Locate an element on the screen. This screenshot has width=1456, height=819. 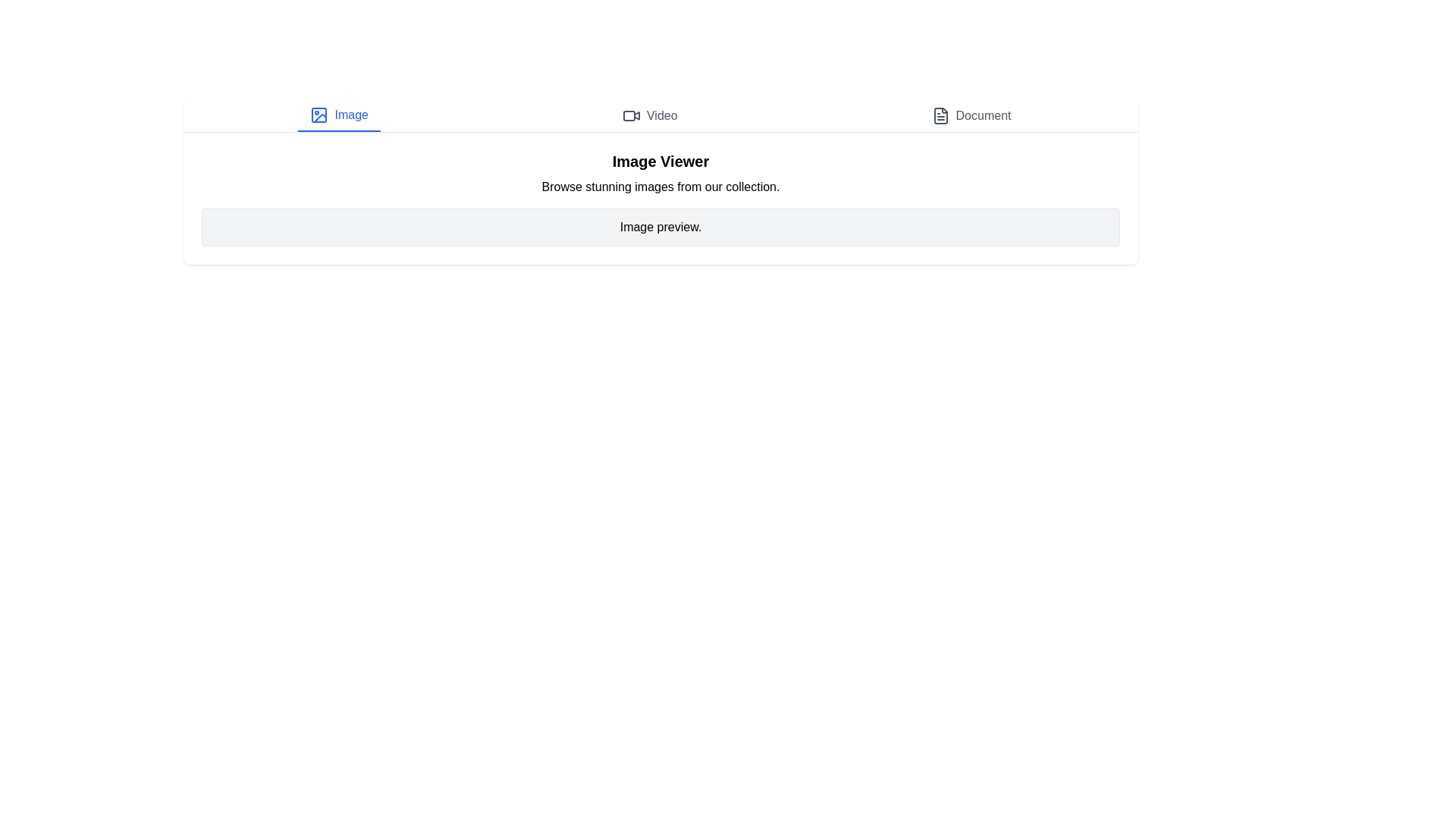
the Video tab by clicking on it is located at coordinates (650, 115).